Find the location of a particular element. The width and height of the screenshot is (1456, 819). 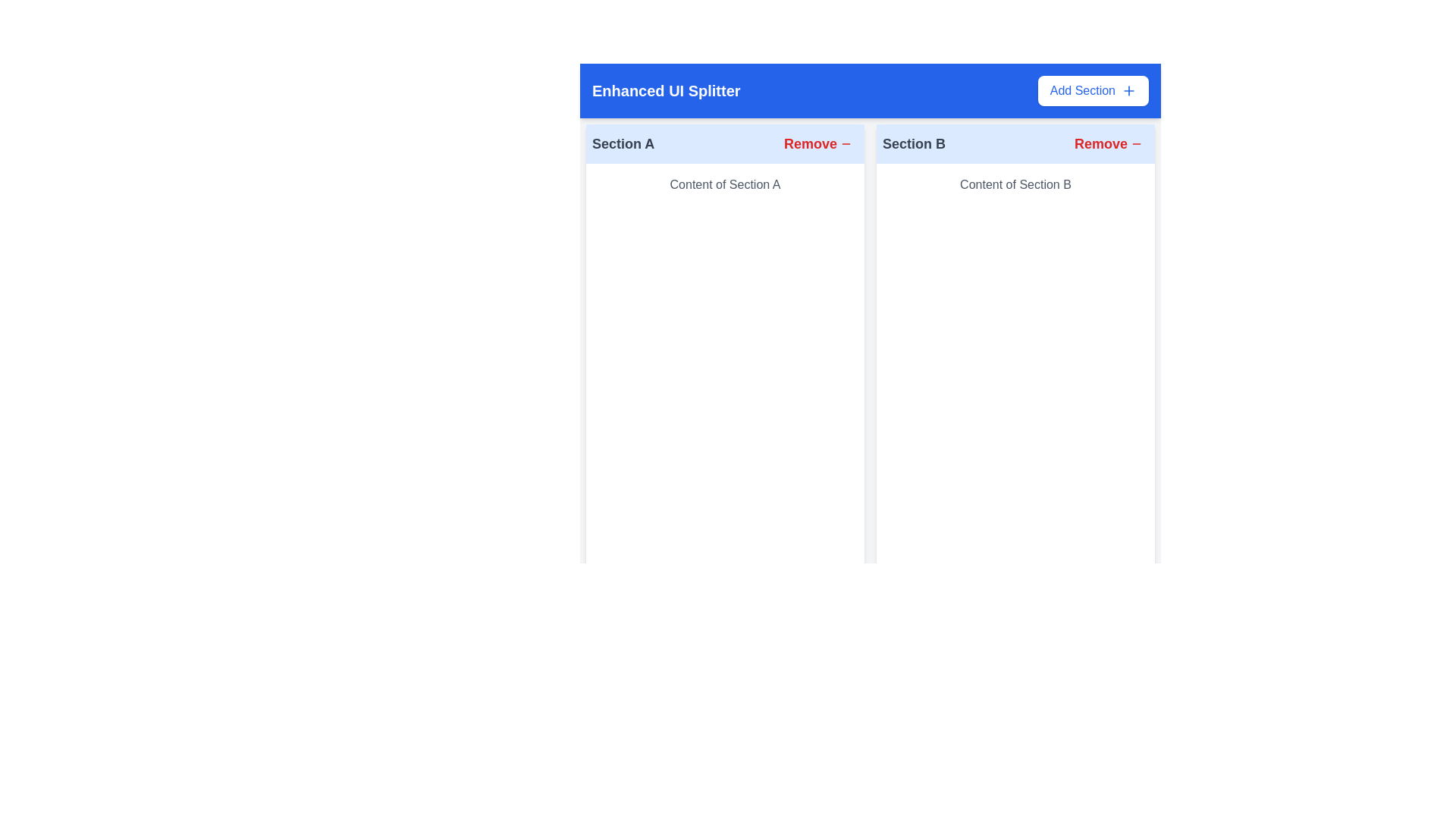

the 'Remove' icon located at the top right of 'Section B' to visually indicate the action of removing or deleting the associated section is located at coordinates (1136, 143).